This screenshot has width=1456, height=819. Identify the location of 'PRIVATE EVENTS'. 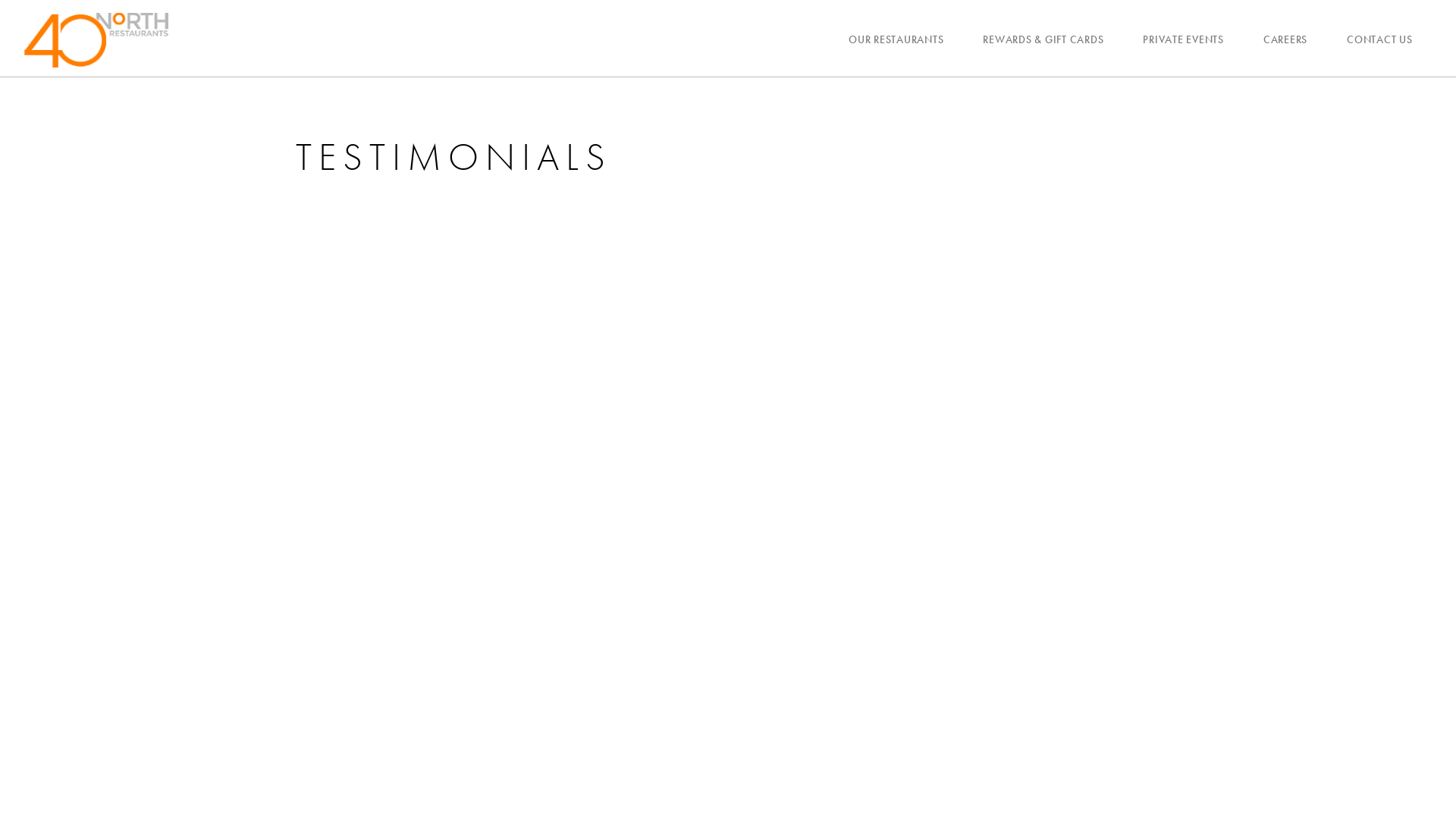
(1182, 38).